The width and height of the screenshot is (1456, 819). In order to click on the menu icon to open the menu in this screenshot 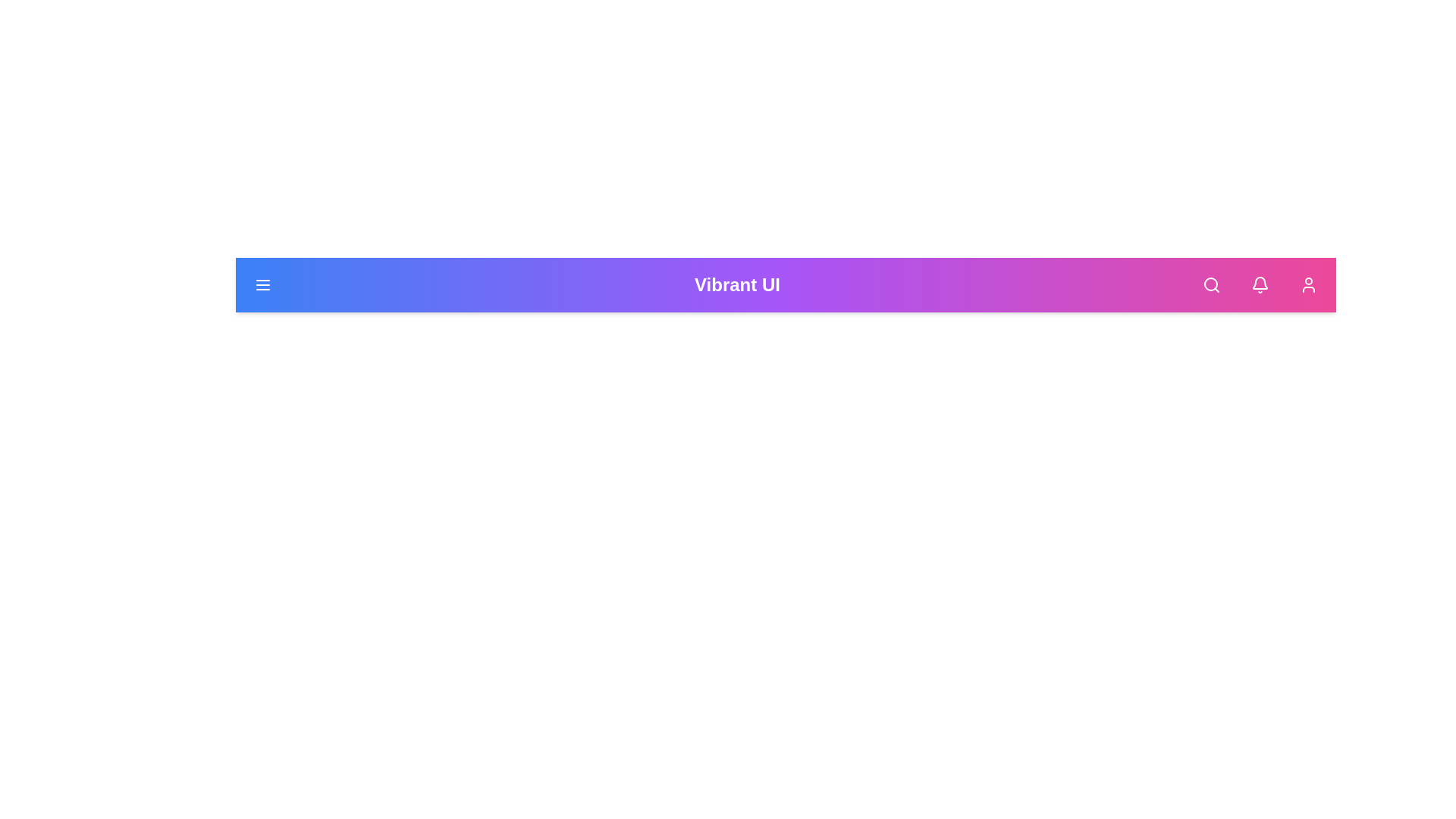, I will do `click(262, 284)`.